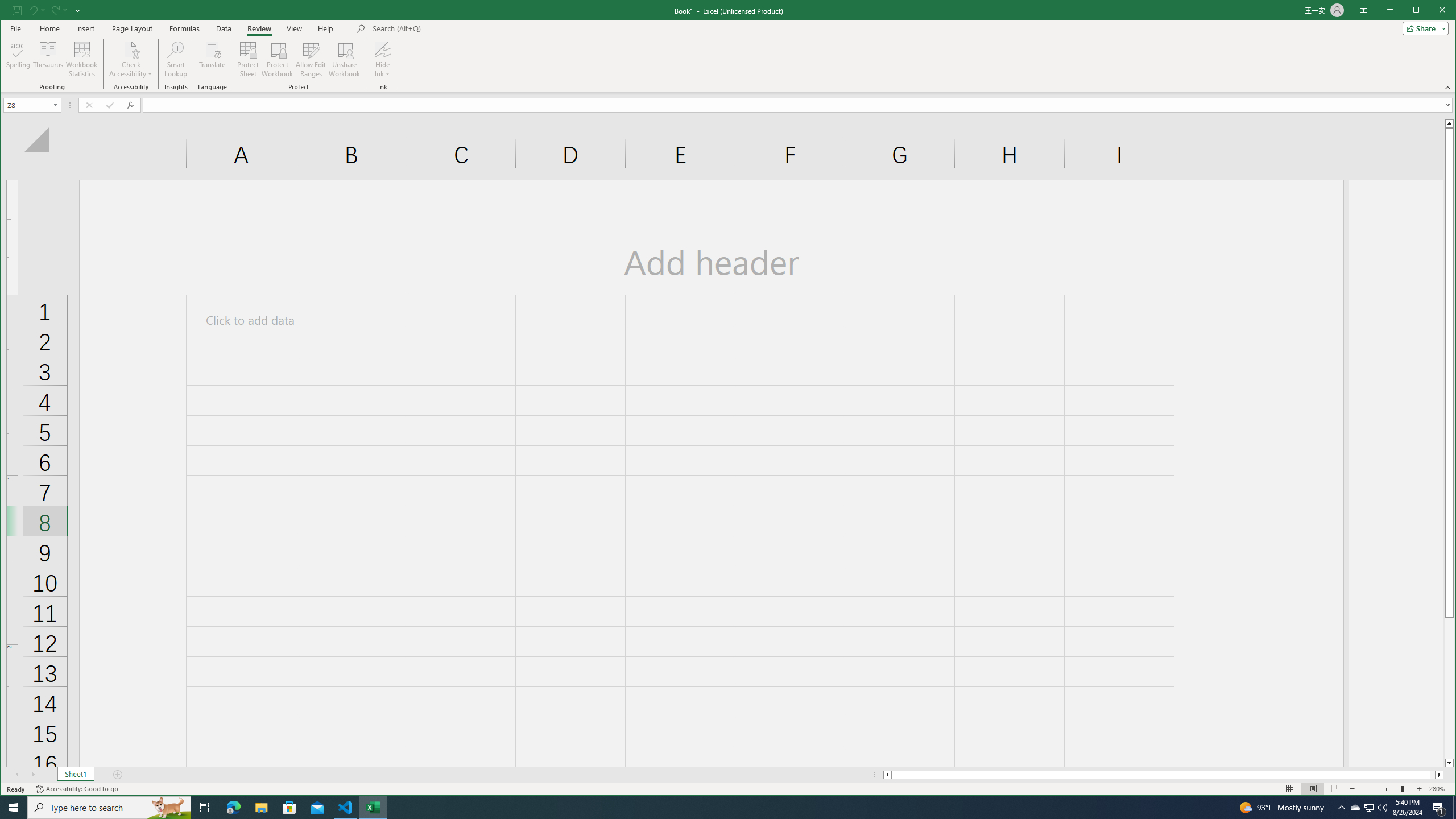  What do you see at coordinates (32, 105) in the screenshot?
I see `'Name Box'` at bounding box center [32, 105].